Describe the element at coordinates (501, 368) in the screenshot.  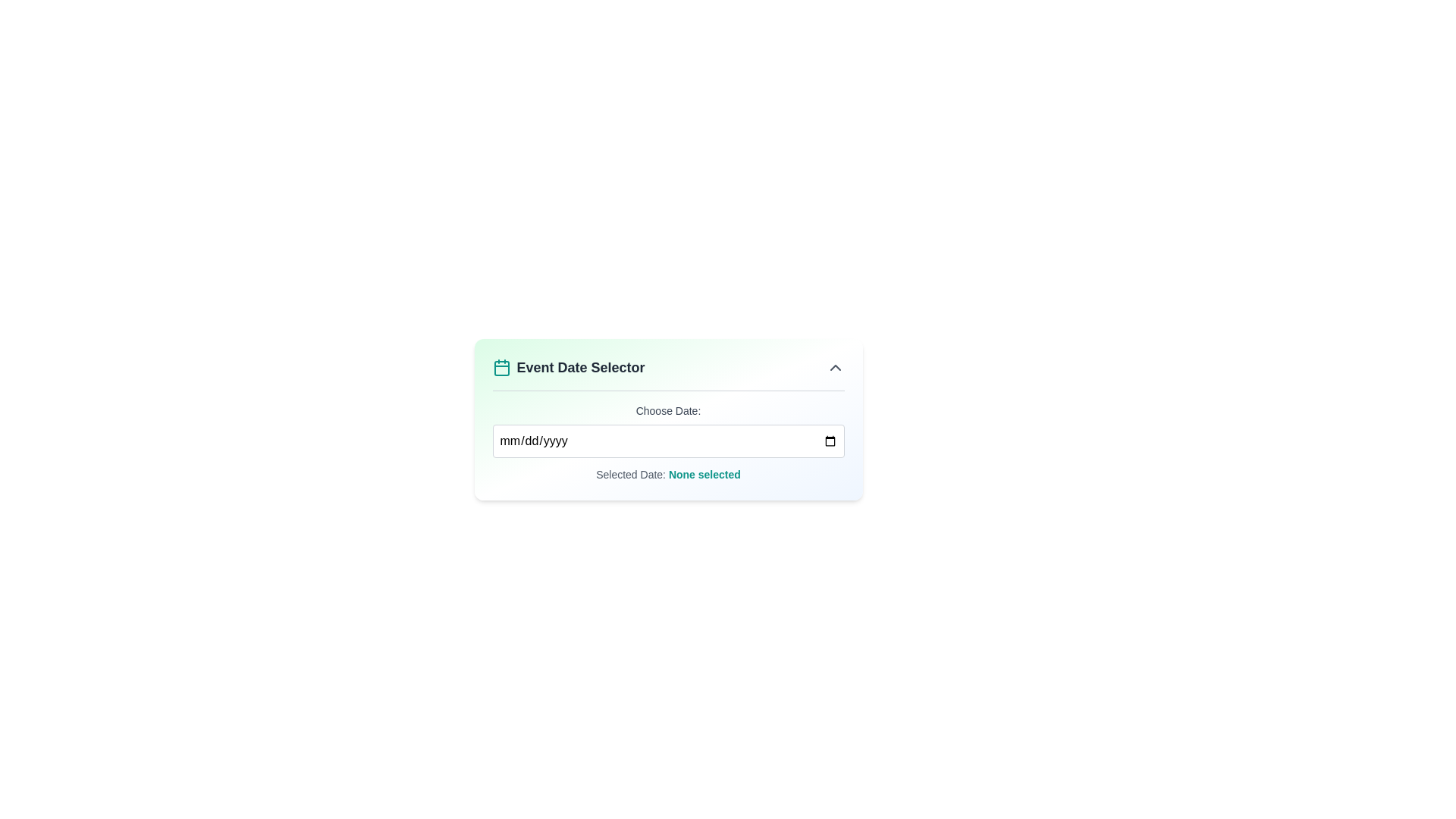
I see `the calendar icon that indicates date selection functionality, located to the left of the 'Event Date Selector' text` at that location.